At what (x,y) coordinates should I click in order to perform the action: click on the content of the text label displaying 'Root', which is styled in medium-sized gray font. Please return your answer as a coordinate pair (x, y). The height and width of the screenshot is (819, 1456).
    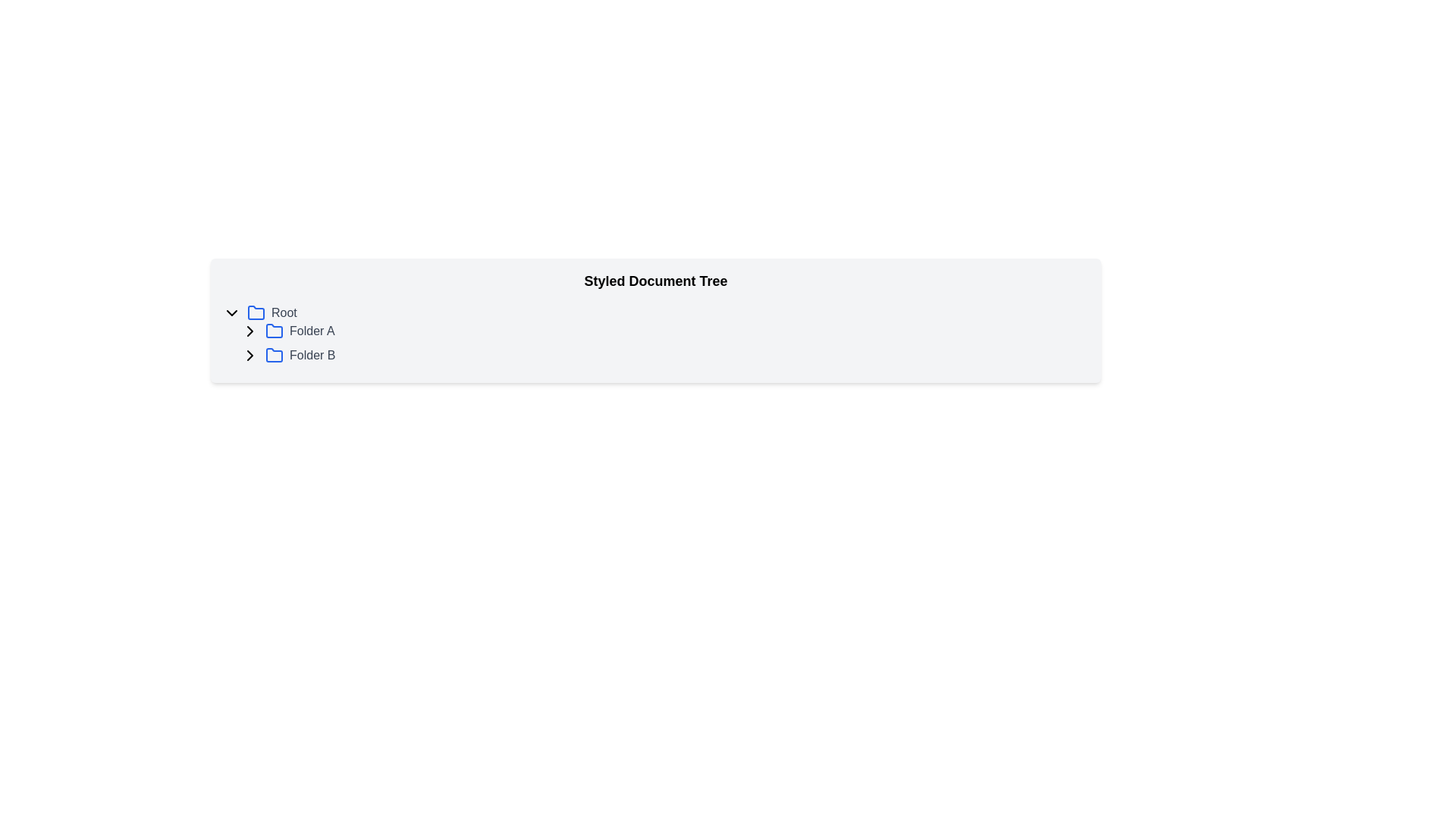
    Looking at the image, I should click on (284, 312).